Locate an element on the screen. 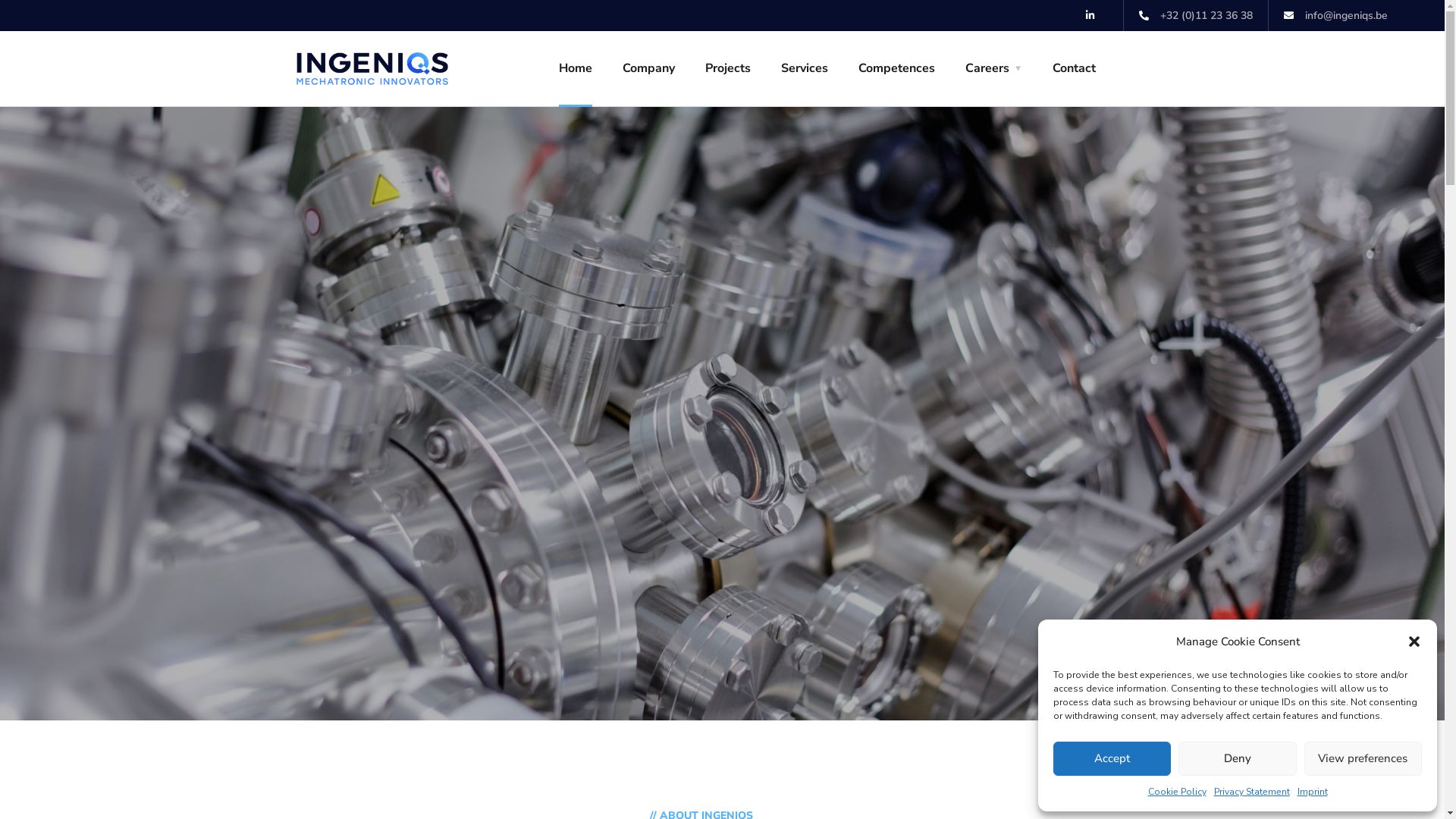  'Privacy Statement' is located at coordinates (1251, 790).